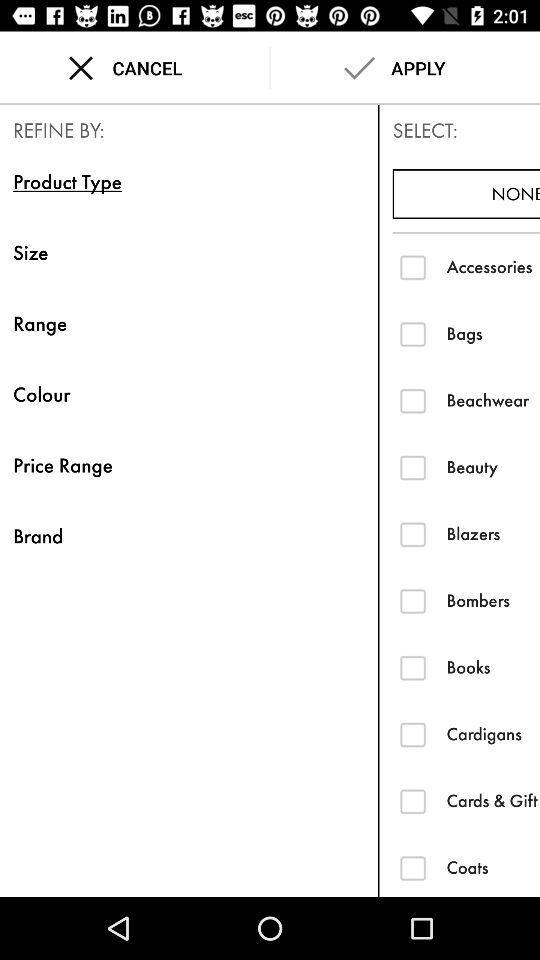 This screenshot has width=540, height=960. What do you see at coordinates (492, 265) in the screenshot?
I see `the icon above the bags item` at bounding box center [492, 265].